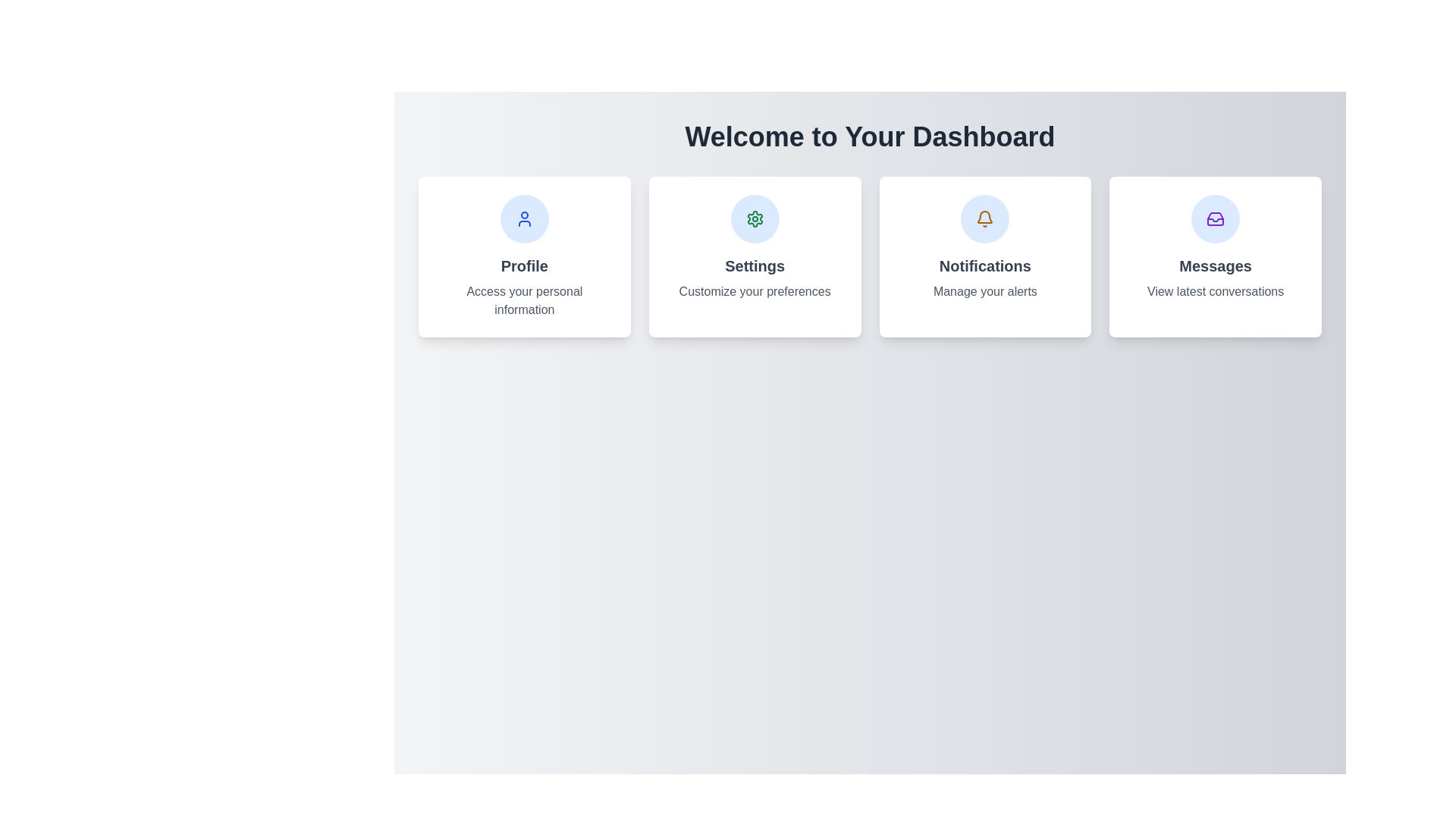  What do you see at coordinates (755, 265) in the screenshot?
I see `the 'Settings' title text element within the card layout, which is positioned below the settings icon and above the descriptive text 'Customize your preferences'` at bounding box center [755, 265].